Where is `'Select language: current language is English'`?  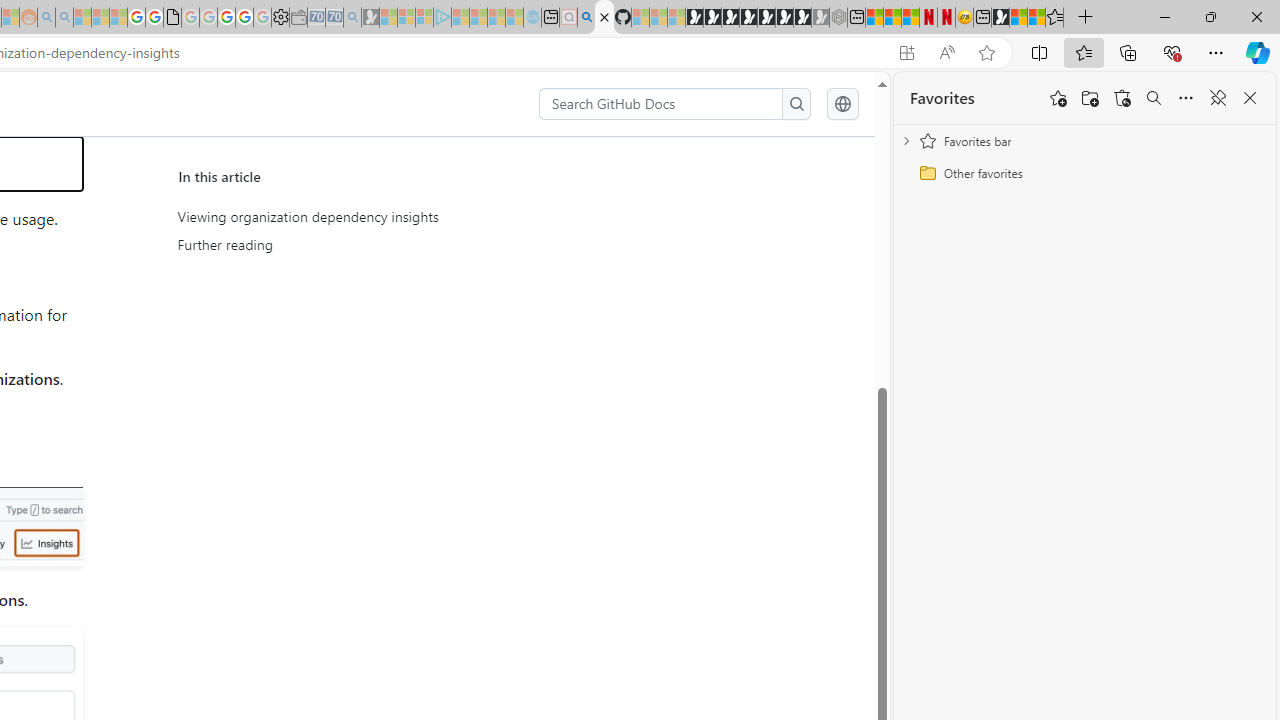 'Select language: current language is English' is located at coordinates (842, 104).